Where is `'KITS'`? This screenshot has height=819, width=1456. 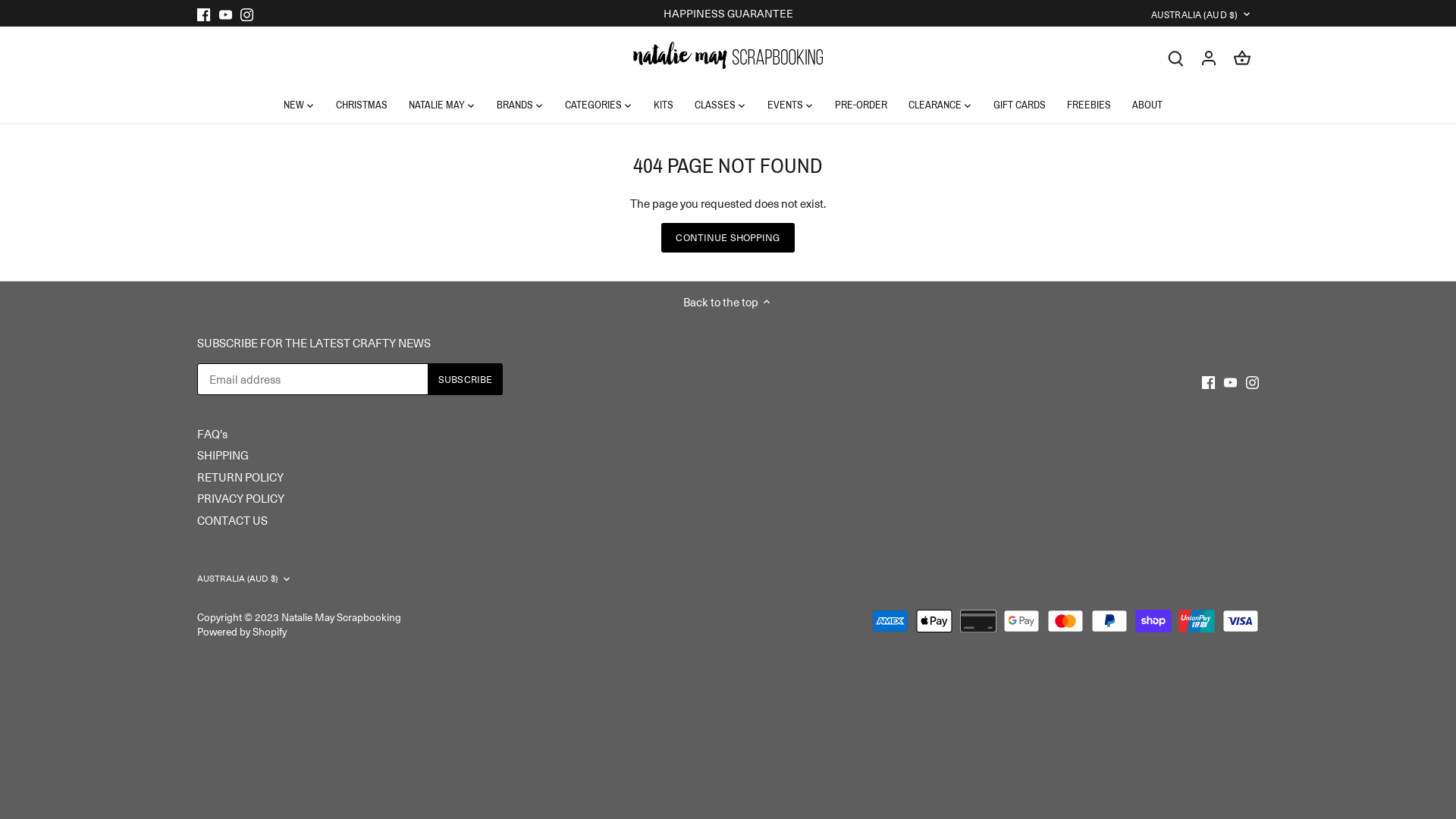
'KITS' is located at coordinates (643, 104).